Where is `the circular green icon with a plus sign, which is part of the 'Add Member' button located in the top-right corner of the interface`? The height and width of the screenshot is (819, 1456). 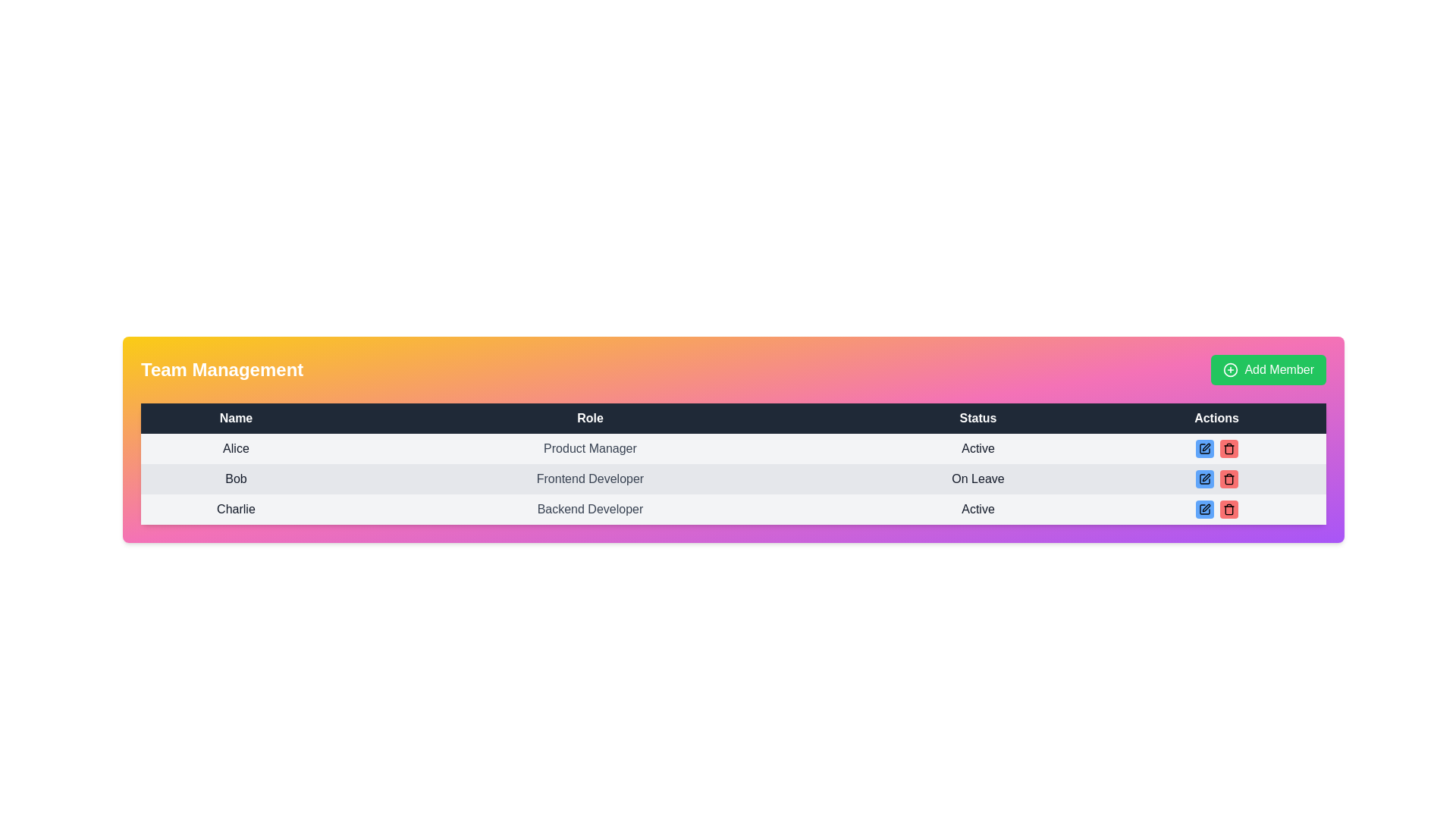 the circular green icon with a plus sign, which is part of the 'Add Member' button located in the top-right corner of the interface is located at coordinates (1231, 370).